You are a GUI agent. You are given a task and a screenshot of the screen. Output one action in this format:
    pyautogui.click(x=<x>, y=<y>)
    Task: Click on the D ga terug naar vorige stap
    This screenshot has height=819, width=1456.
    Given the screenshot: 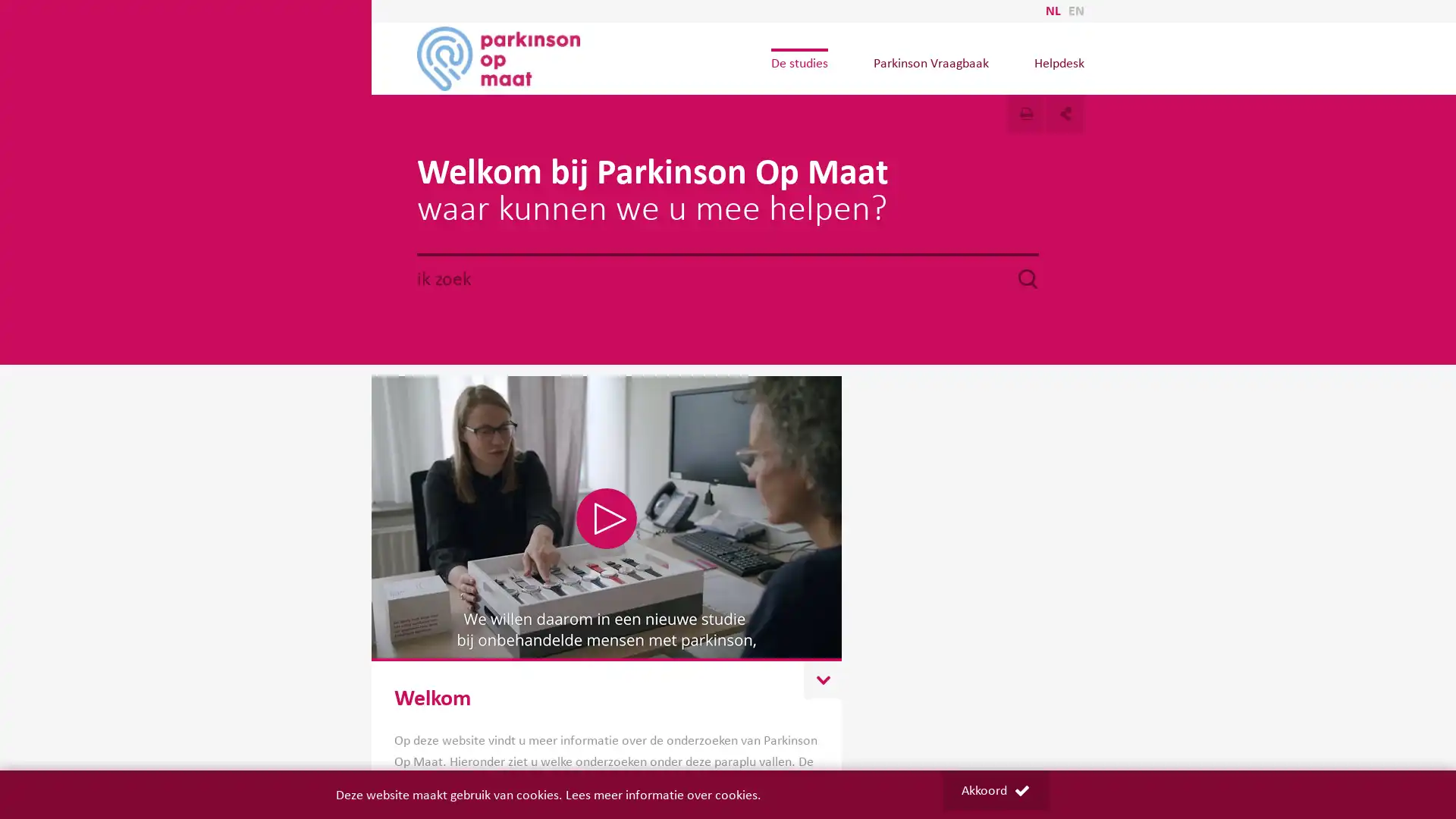 What is the action you would take?
    pyautogui.click(x=986, y=99)
    